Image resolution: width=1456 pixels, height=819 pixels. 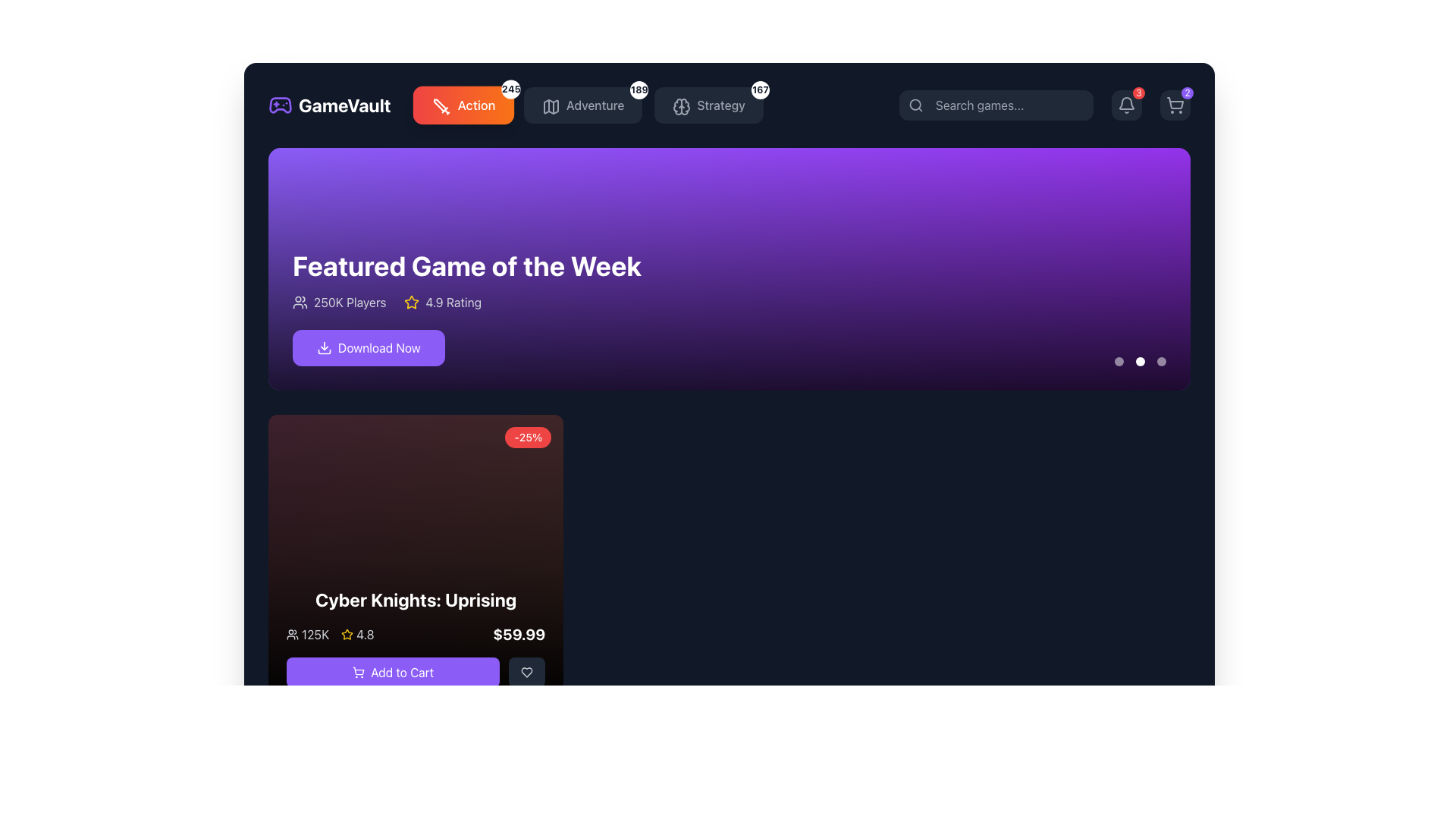 What do you see at coordinates (338, 302) in the screenshot?
I see `the text and icon combination indicating the total number of players or users associated with the game, located in the top section of the interface, aligned horizontally to the left` at bounding box center [338, 302].